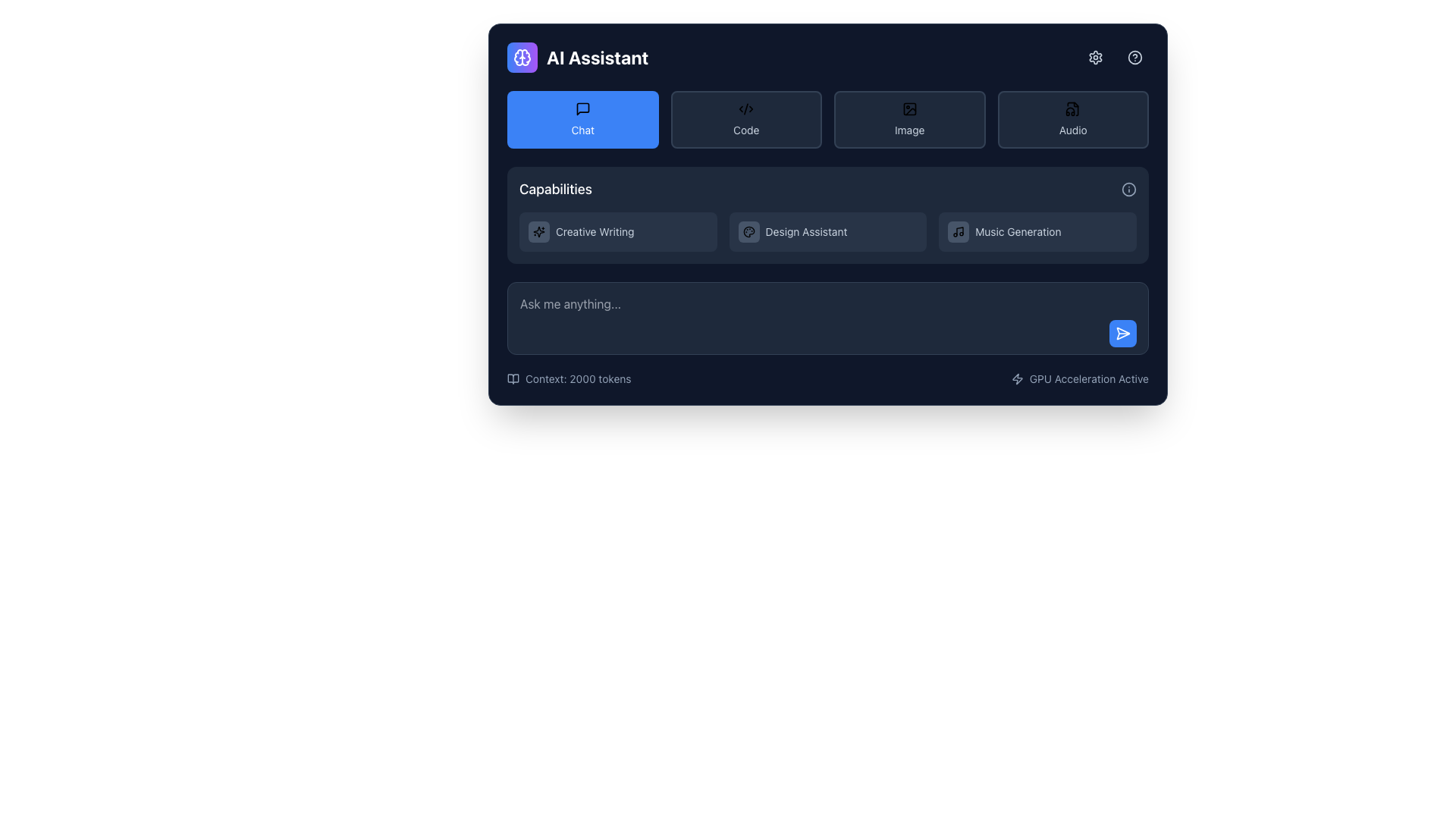  Describe the element at coordinates (1072, 119) in the screenshot. I see `the 'Audio' button, which is a rectangular button with an icon of a document and audio markings, located in the top-right section of the interface` at that location.